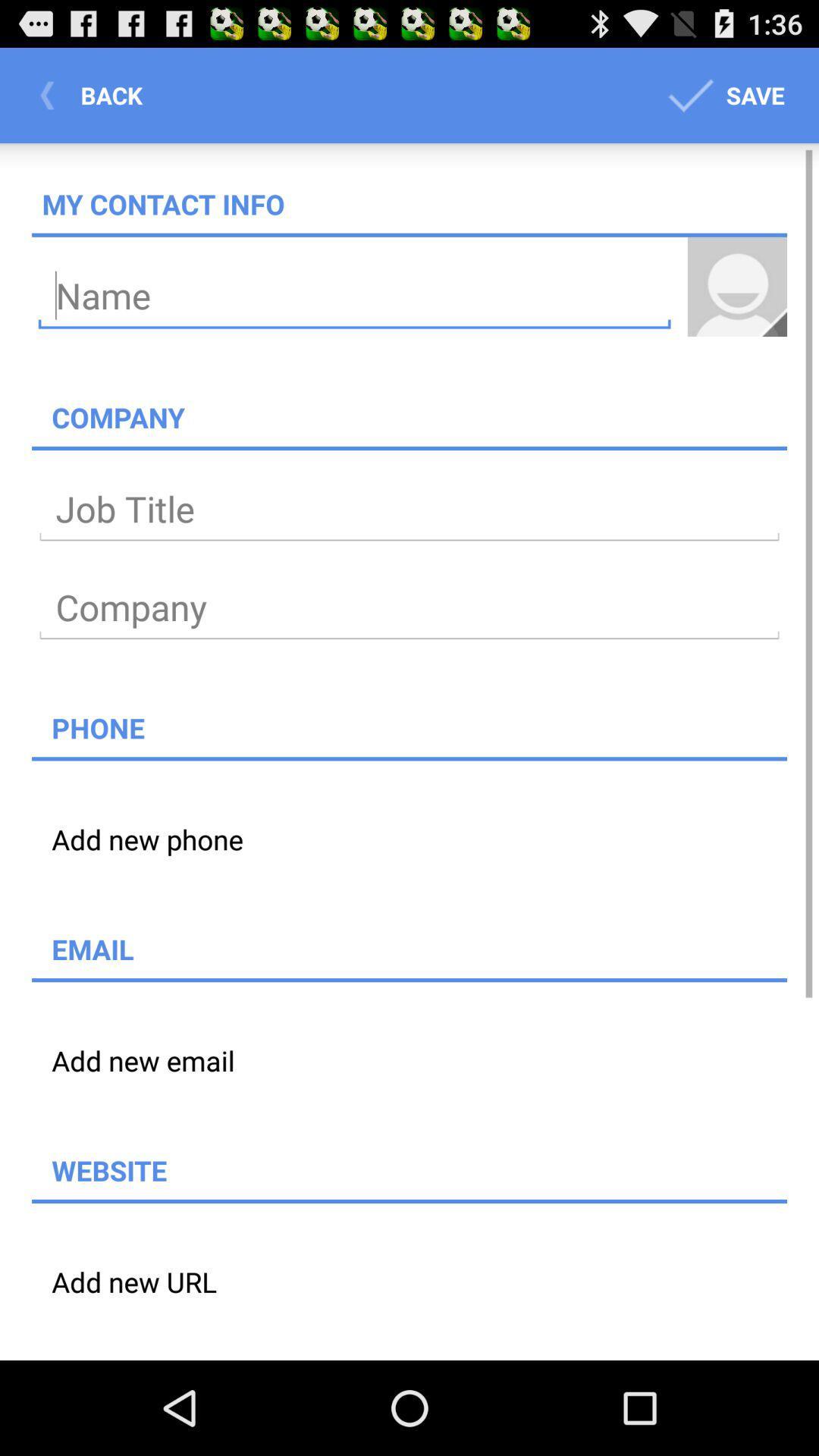 This screenshot has width=819, height=1456. I want to click on text add job title type in job title, so click(409, 510).